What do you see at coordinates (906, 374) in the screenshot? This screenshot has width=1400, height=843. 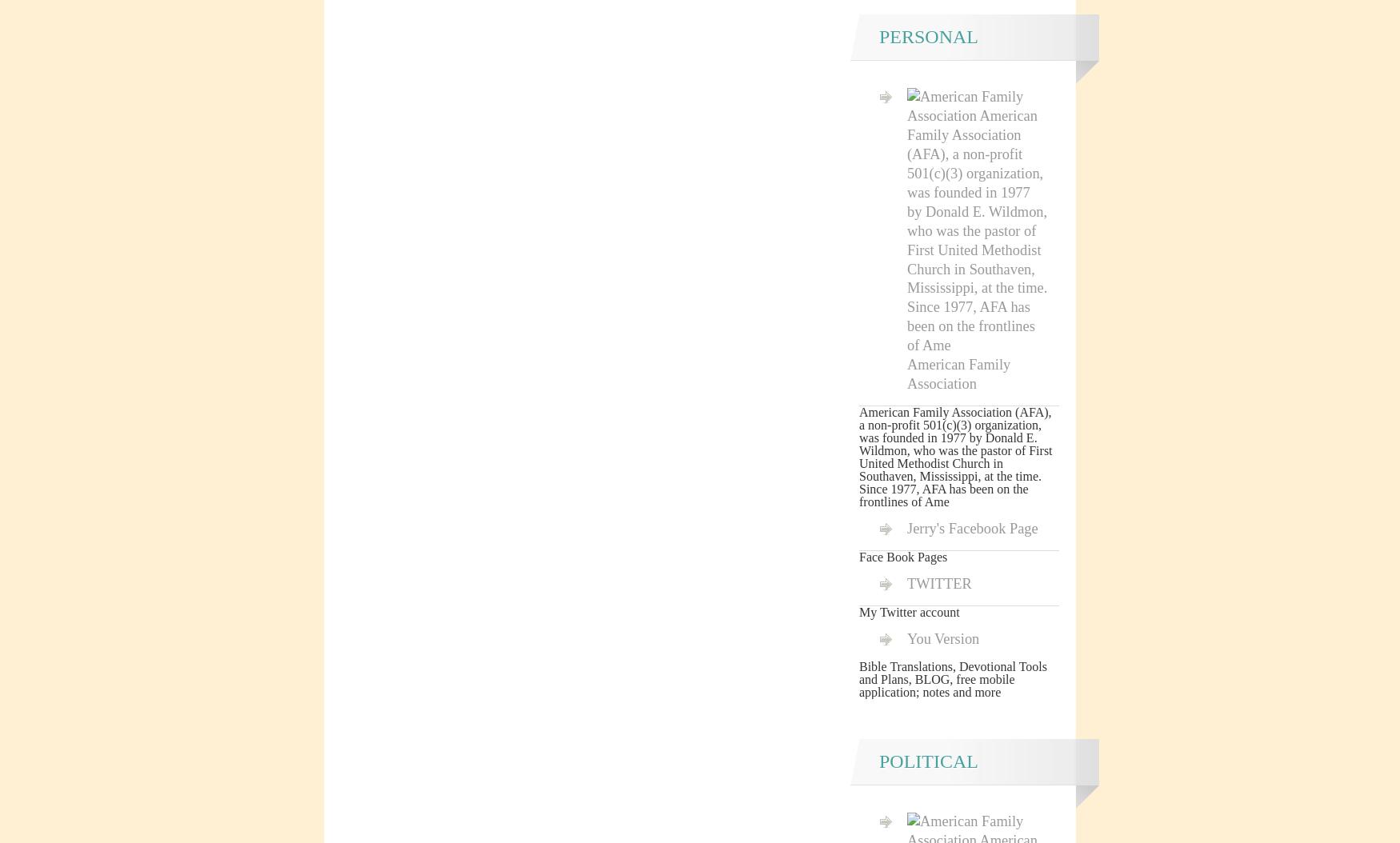 I see `'American Family Association'` at bounding box center [906, 374].